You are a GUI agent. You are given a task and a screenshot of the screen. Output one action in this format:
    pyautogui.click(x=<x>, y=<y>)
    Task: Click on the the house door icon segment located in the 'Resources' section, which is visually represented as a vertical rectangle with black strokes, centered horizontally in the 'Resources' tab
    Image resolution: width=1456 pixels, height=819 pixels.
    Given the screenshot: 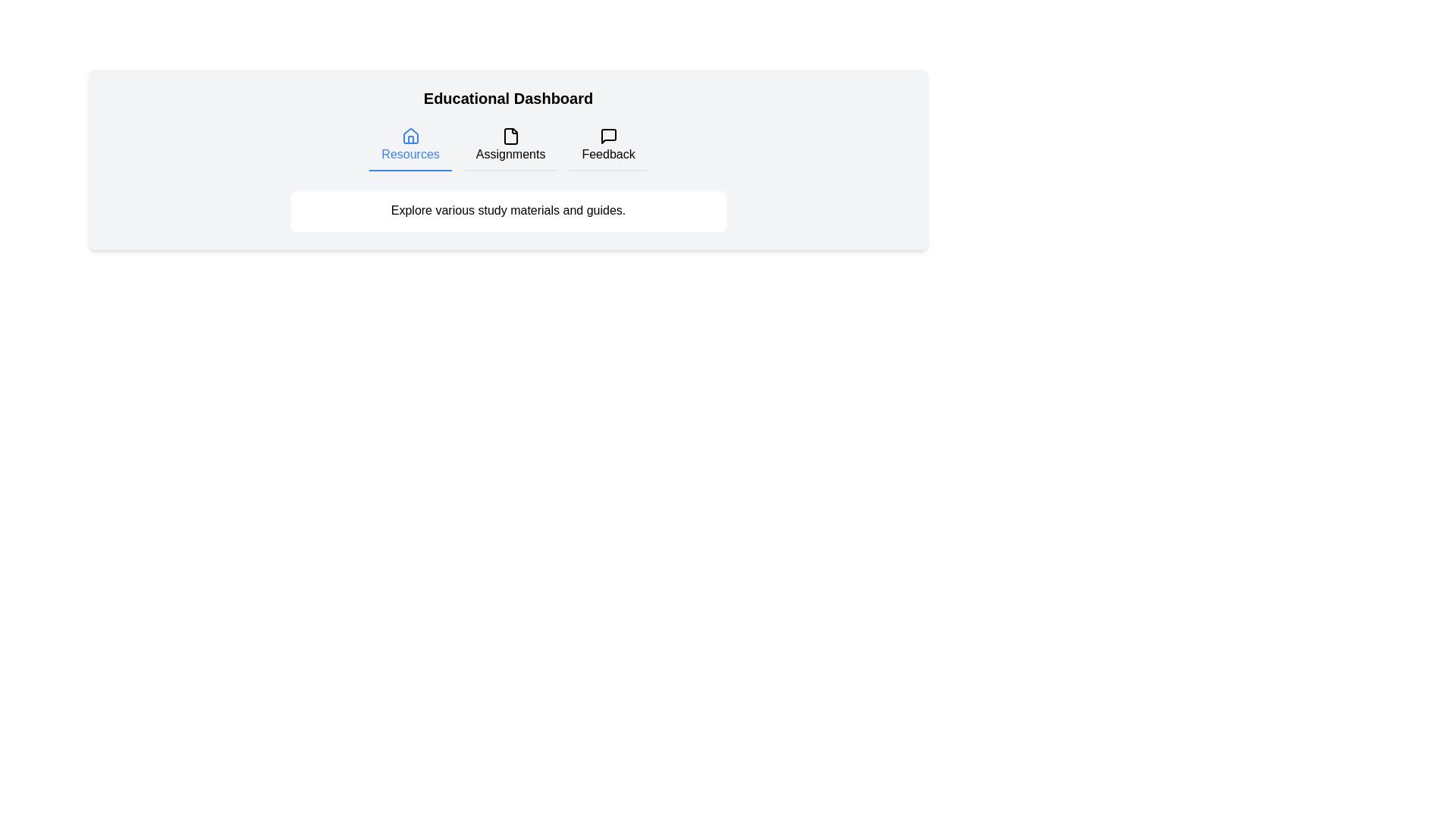 What is the action you would take?
    pyautogui.click(x=410, y=140)
    